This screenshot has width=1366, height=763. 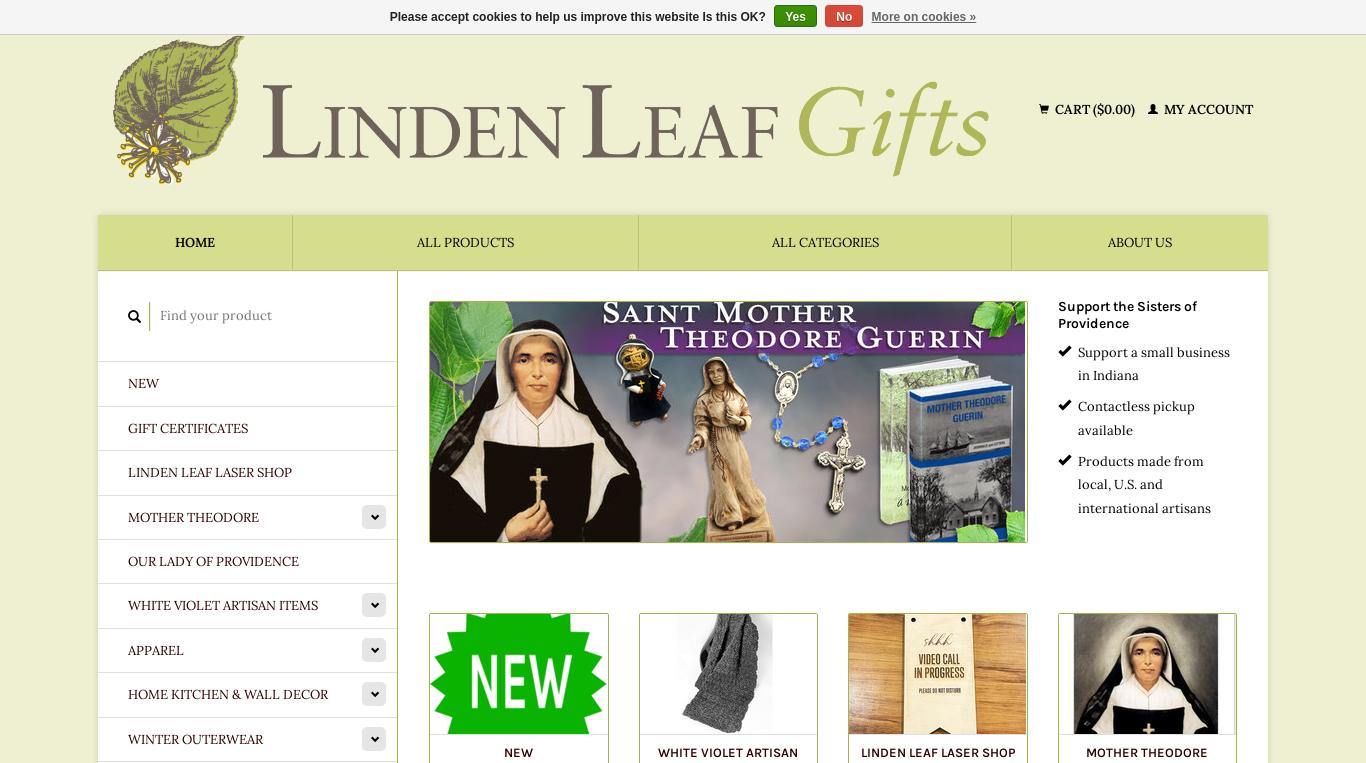 What do you see at coordinates (1075, 362) in the screenshot?
I see `'Support a small business in Indiana'` at bounding box center [1075, 362].